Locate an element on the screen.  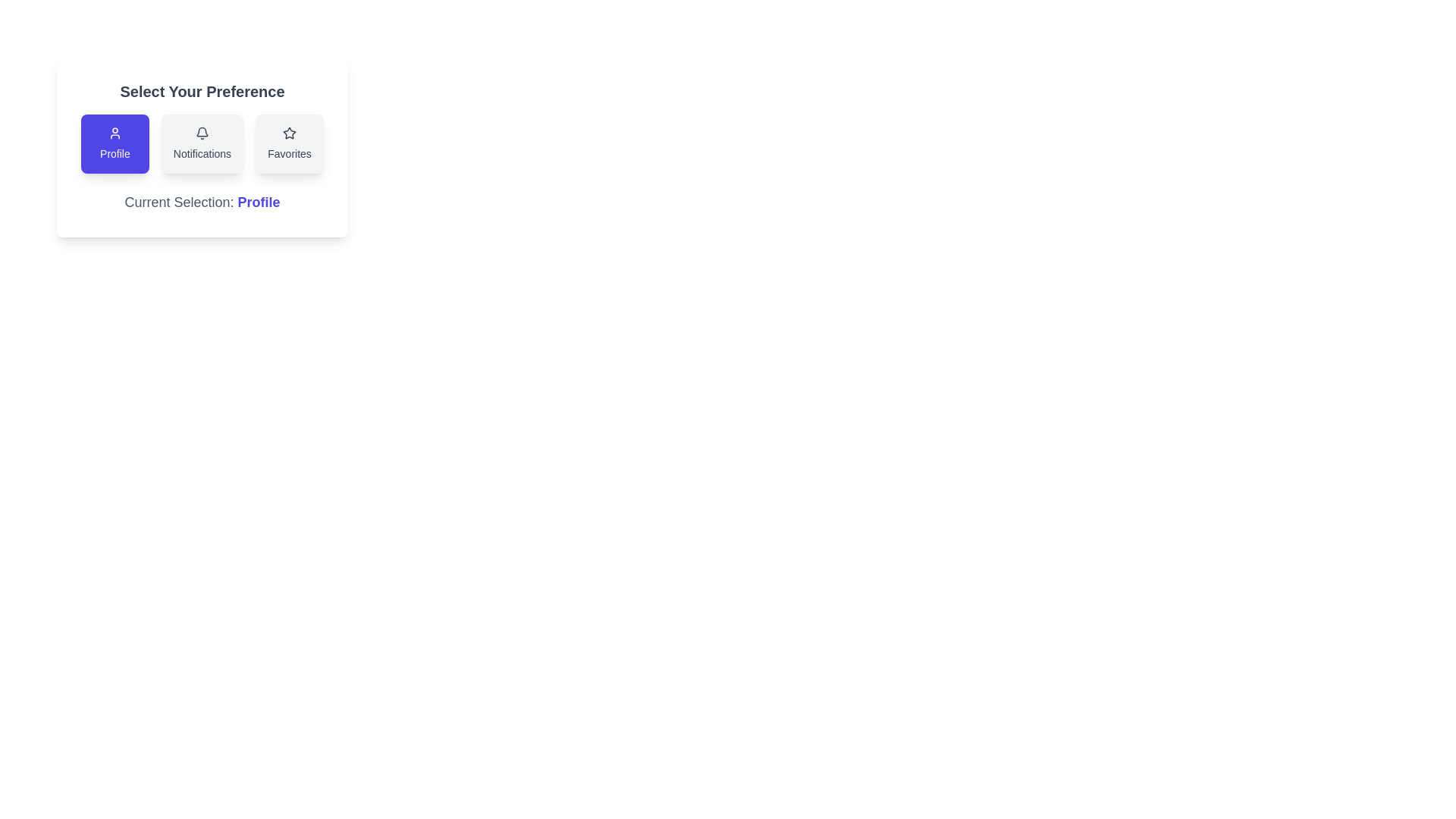
the 'Notifications' button, which is the second button in a horizontal group of three, located centrally within the component's area is located at coordinates (202, 146).